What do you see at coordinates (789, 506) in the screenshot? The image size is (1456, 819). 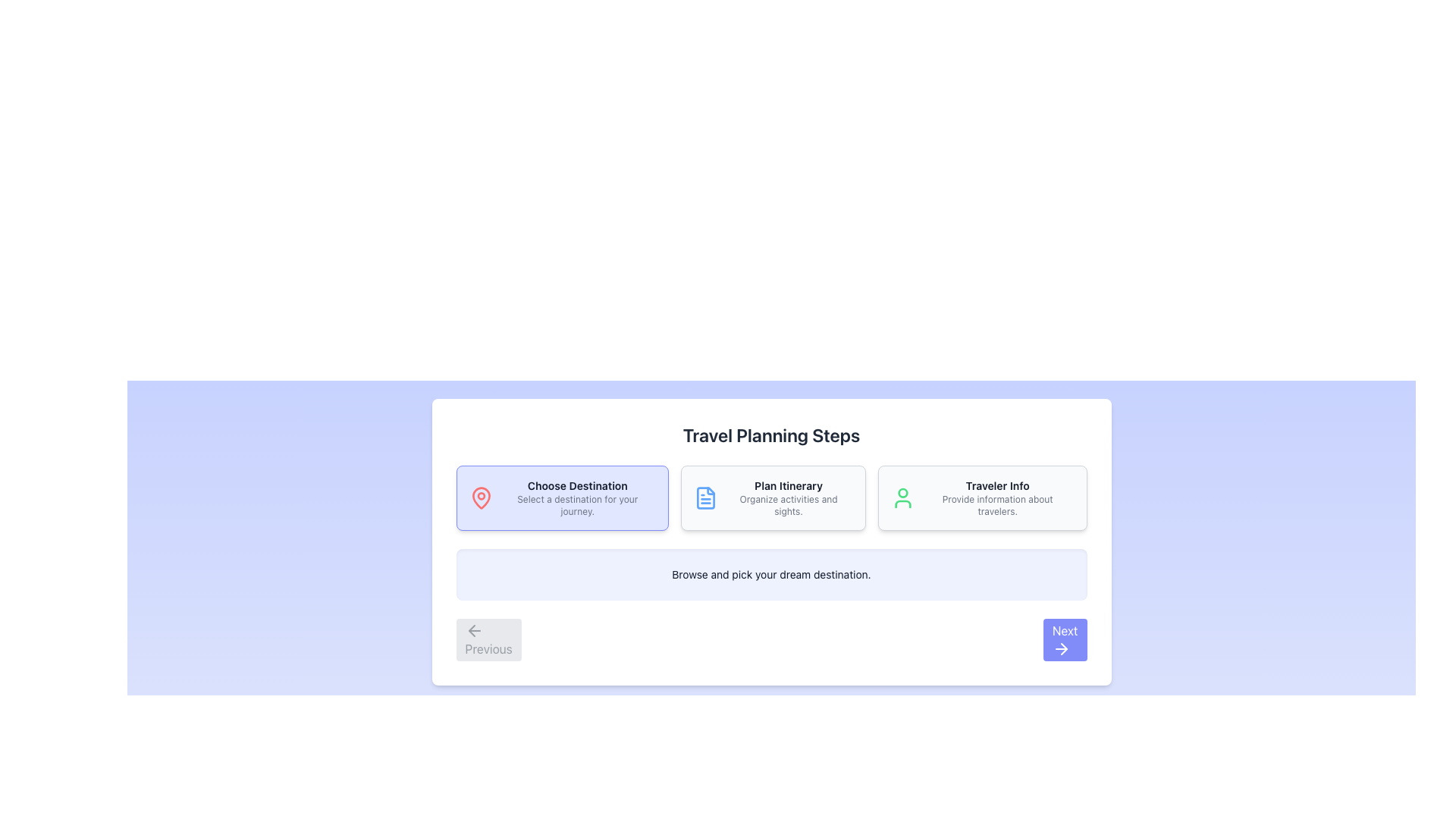 I see `text element that displays 'Organize activities and sights' located below the 'Plan Itinerary' text within the blue document icon section` at bounding box center [789, 506].